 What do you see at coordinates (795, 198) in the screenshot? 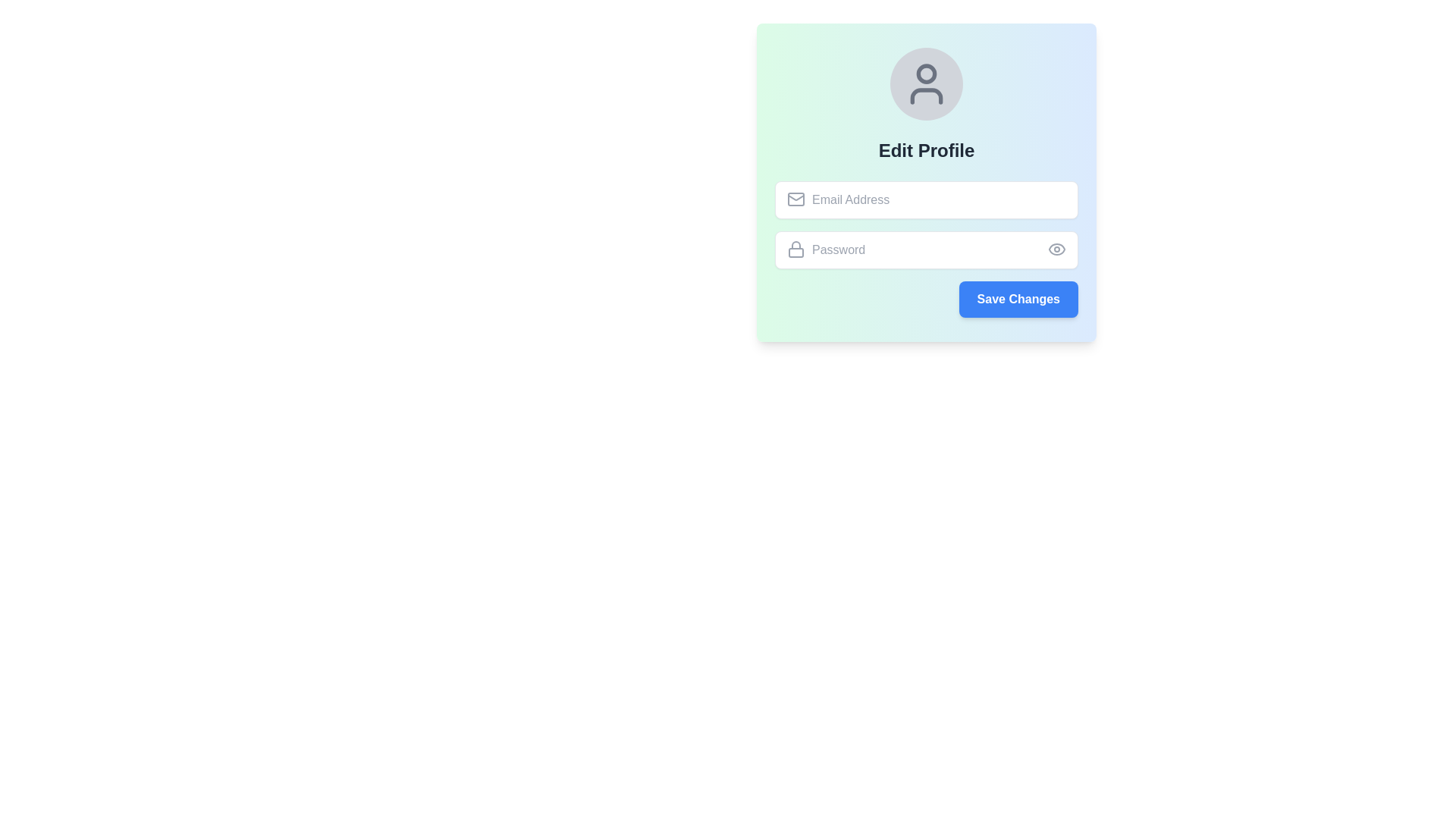
I see `the decorative email address icon located to the left of the 'Email Address' input field, which visually indicates the field's purpose` at bounding box center [795, 198].